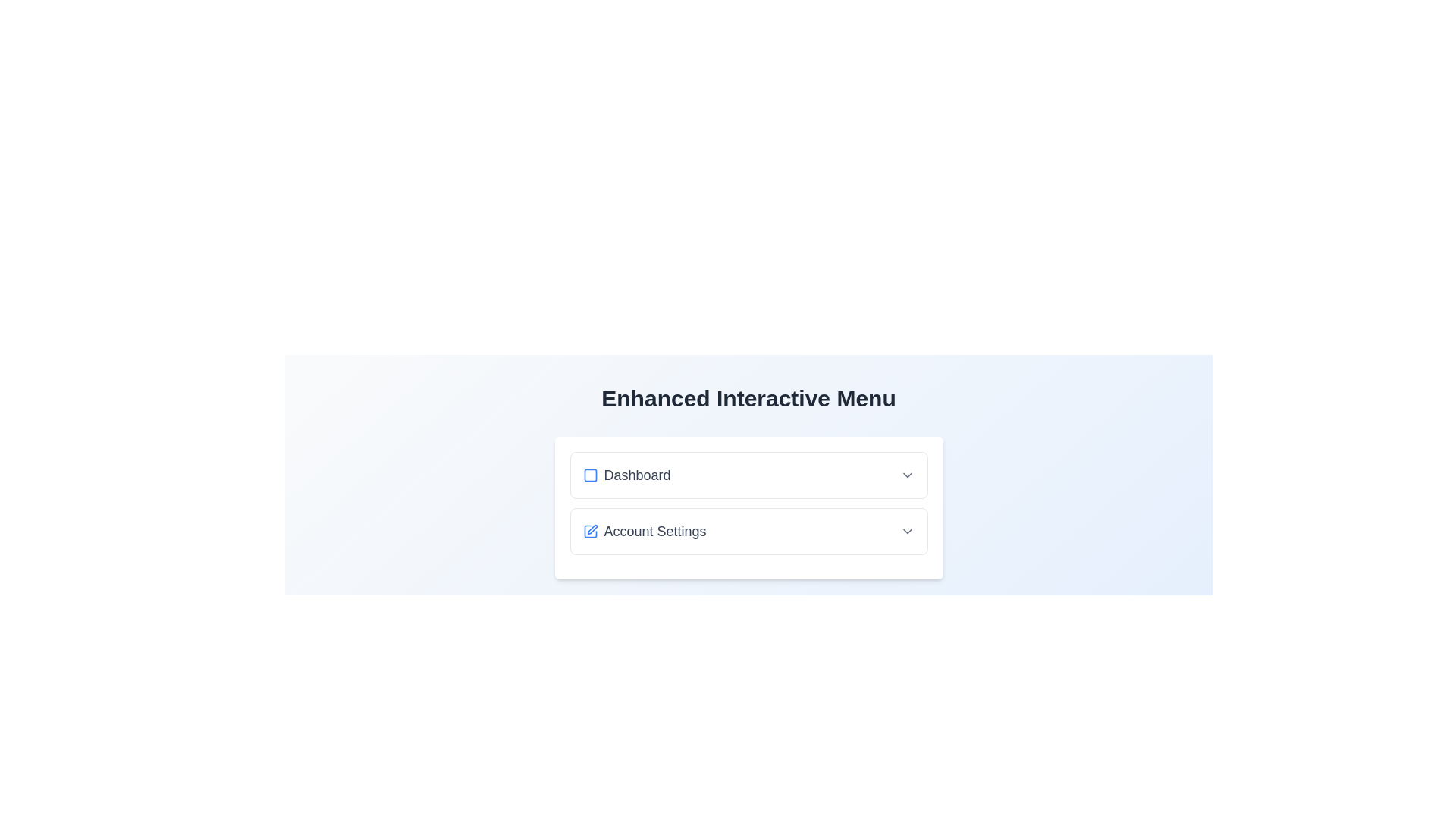 Image resolution: width=1456 pixels, height=819 pixels. Describe the element at coordinates (591, 529) in the screenshot. I see `the pen or pencil icon with a blue outline next to the 'Account Settings' text to observe interactive visual cues` at that location.